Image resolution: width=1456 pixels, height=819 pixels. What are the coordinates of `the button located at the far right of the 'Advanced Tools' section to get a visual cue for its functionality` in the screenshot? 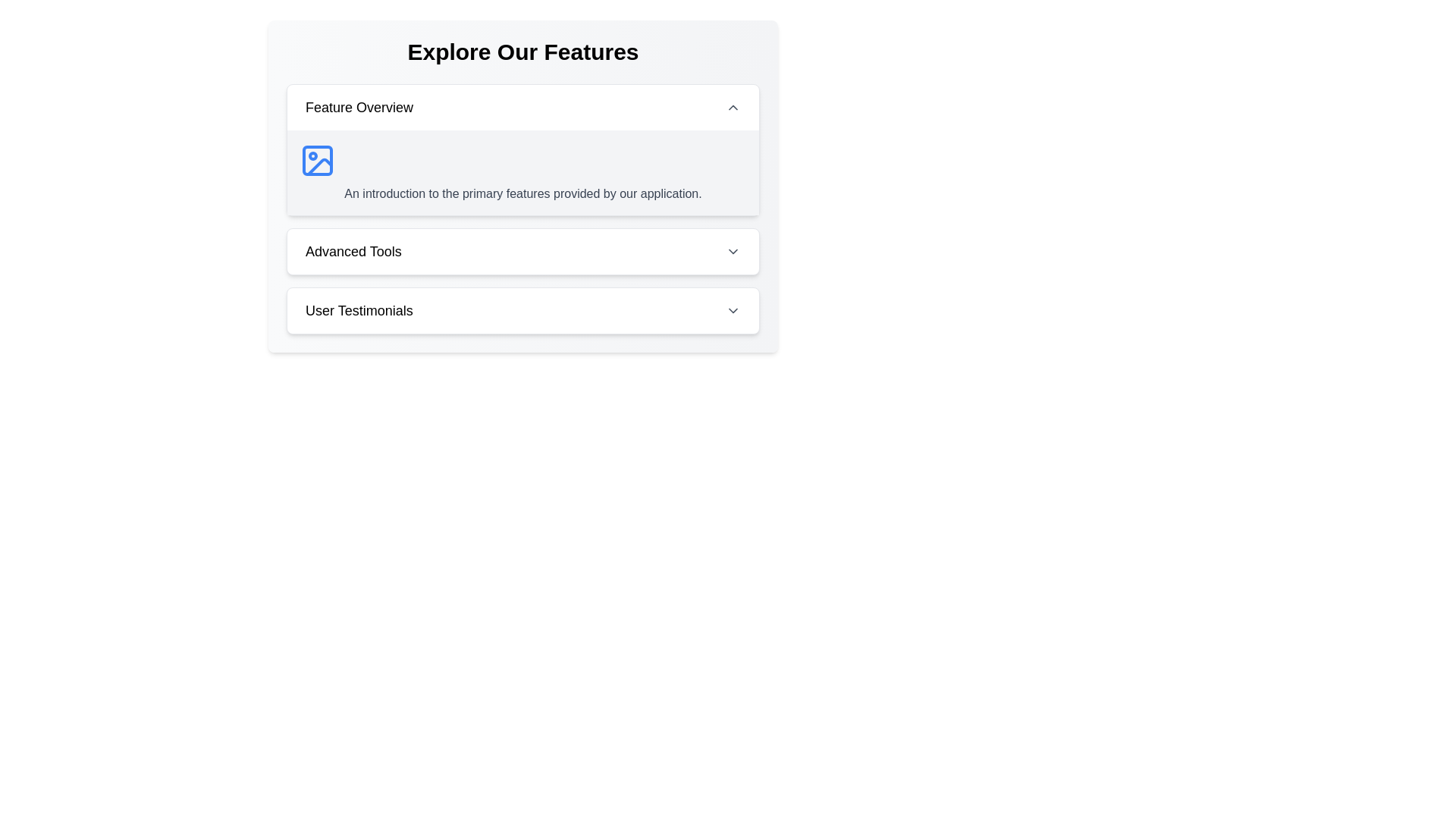 It's located at (733, 250).